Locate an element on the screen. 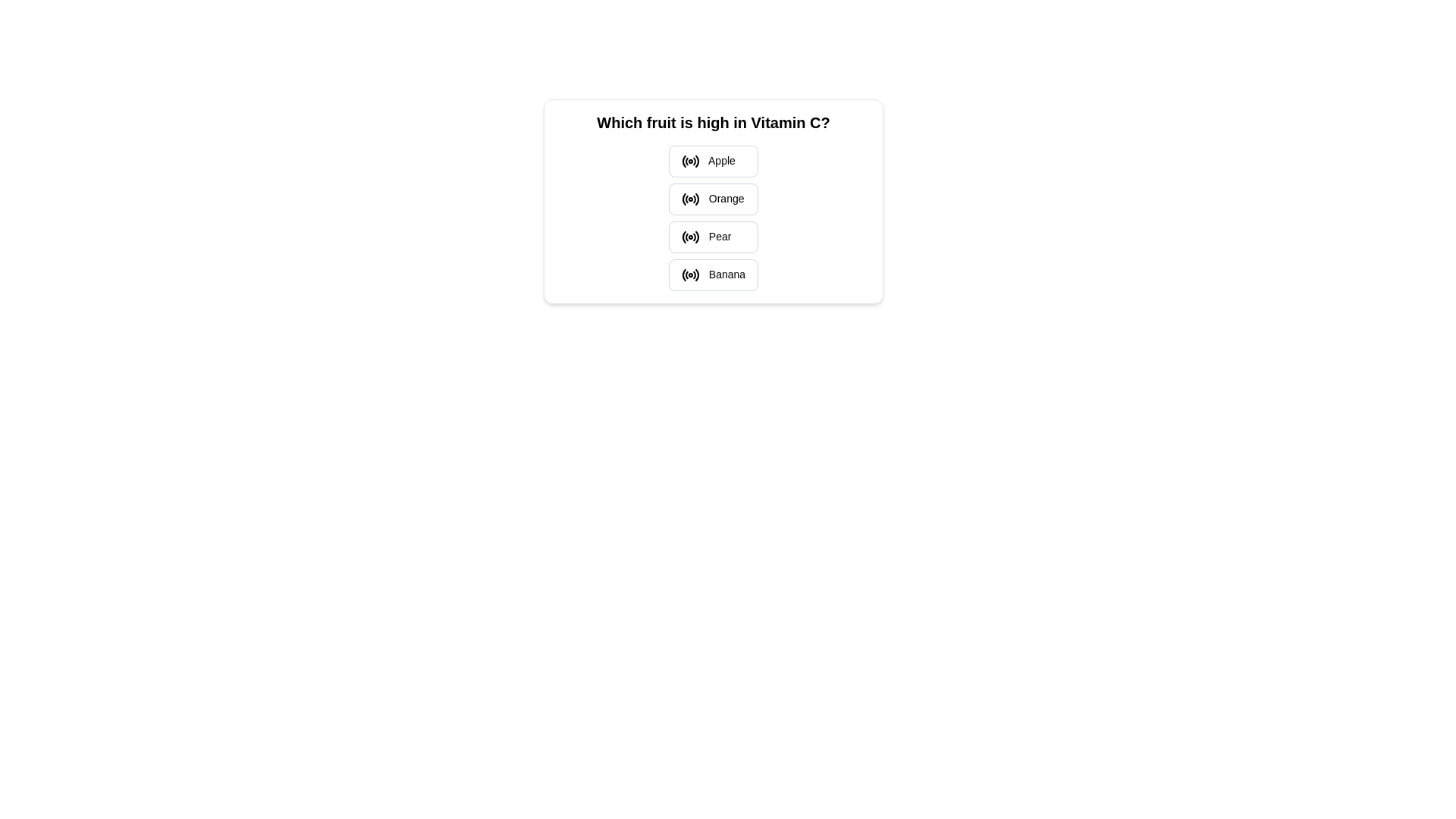 The image size is (1456, 819). the circular radio button styled to resemble a radio wave icon located to the left of the 'Banana' label, which is the fourth item in a vertical list under the question 'Which fruit is high in Vitamin C?' is located at coordinates (689, 275).